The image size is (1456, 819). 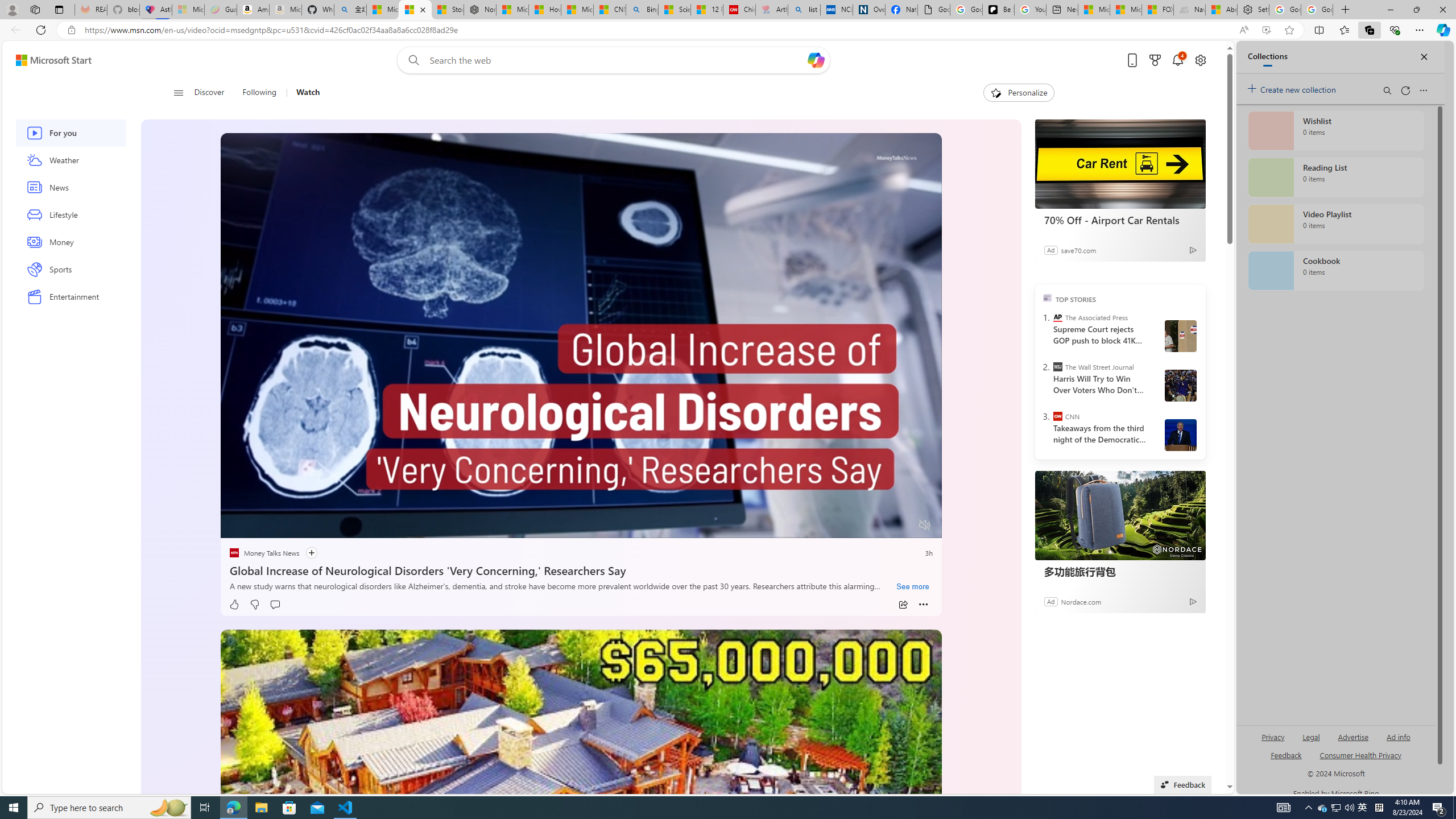 What do you see at coordinates (923, 604) in the screenshot?
I see `'Class: at-item inline-watch'` at bounding box center [923, 604].